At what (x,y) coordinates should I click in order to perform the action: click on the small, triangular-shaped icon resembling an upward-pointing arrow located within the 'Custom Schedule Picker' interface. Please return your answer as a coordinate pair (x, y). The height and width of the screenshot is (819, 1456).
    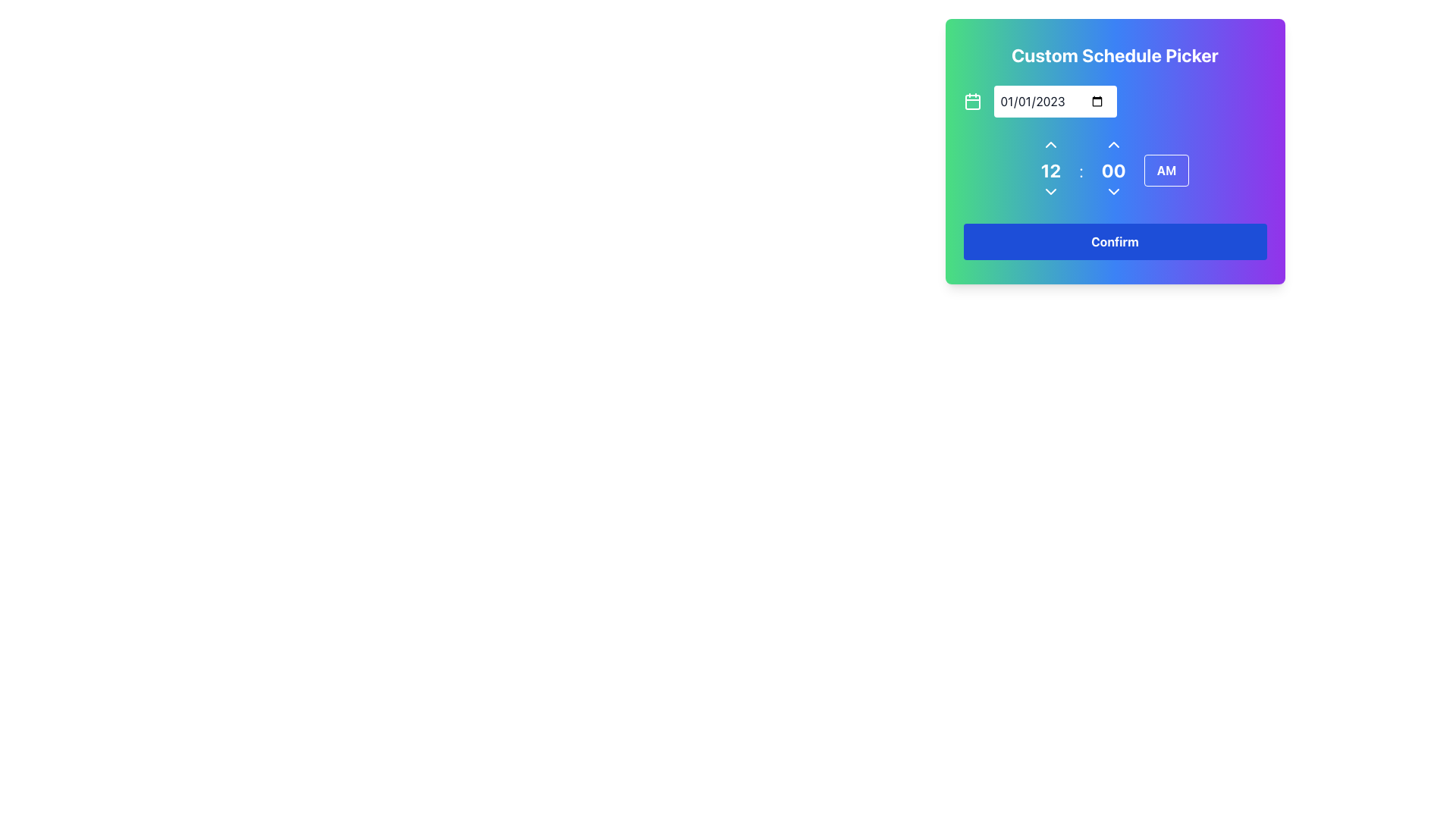
    Looking at the image, I should click on (1113, 145).